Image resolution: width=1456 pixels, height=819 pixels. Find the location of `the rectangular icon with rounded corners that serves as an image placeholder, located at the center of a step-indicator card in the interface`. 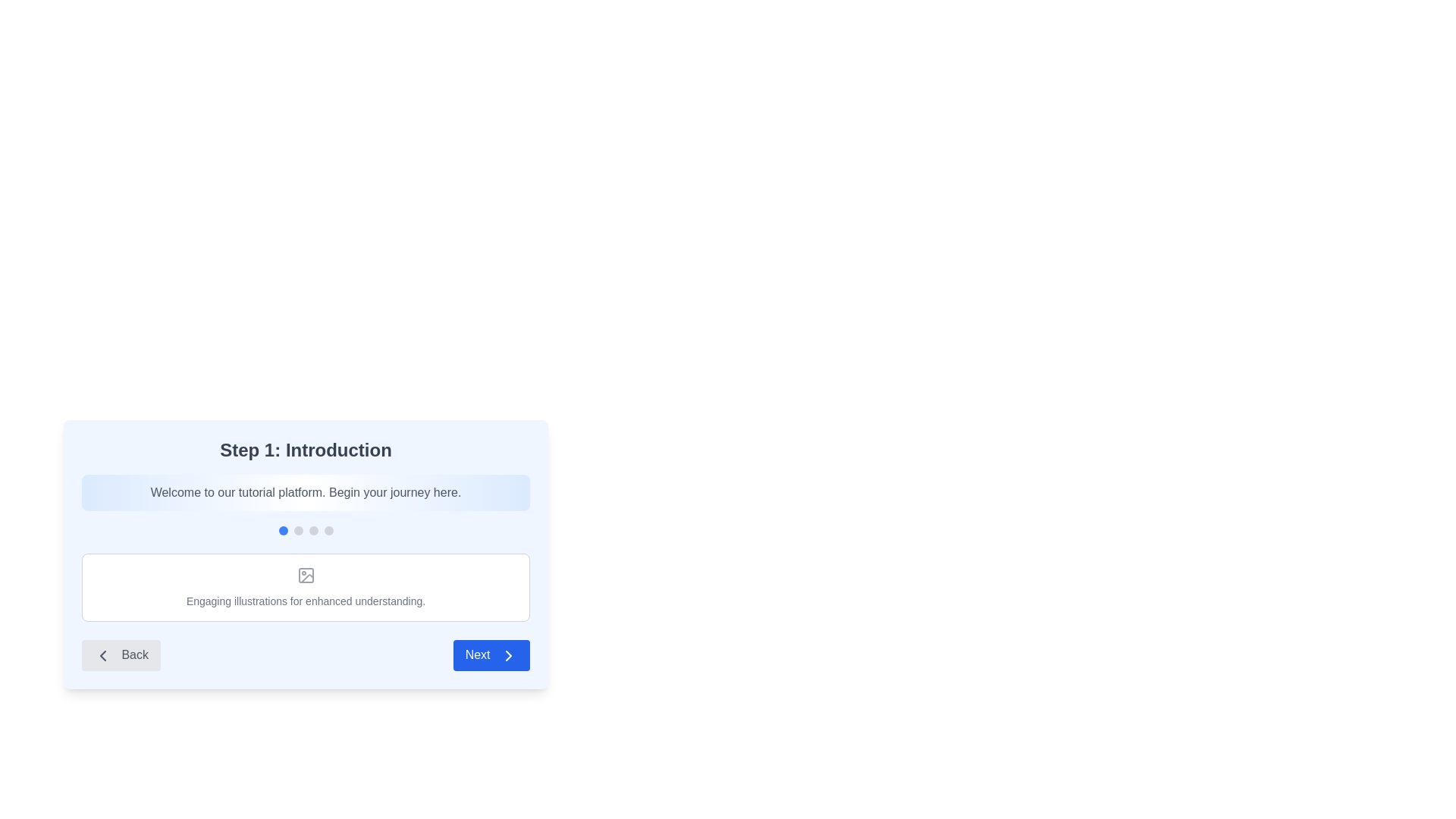

the rectangular icon with rounded corners that serves as an image placeholder, located at the center of a step-indicator card in the interface is located at coordinates (305, 576).